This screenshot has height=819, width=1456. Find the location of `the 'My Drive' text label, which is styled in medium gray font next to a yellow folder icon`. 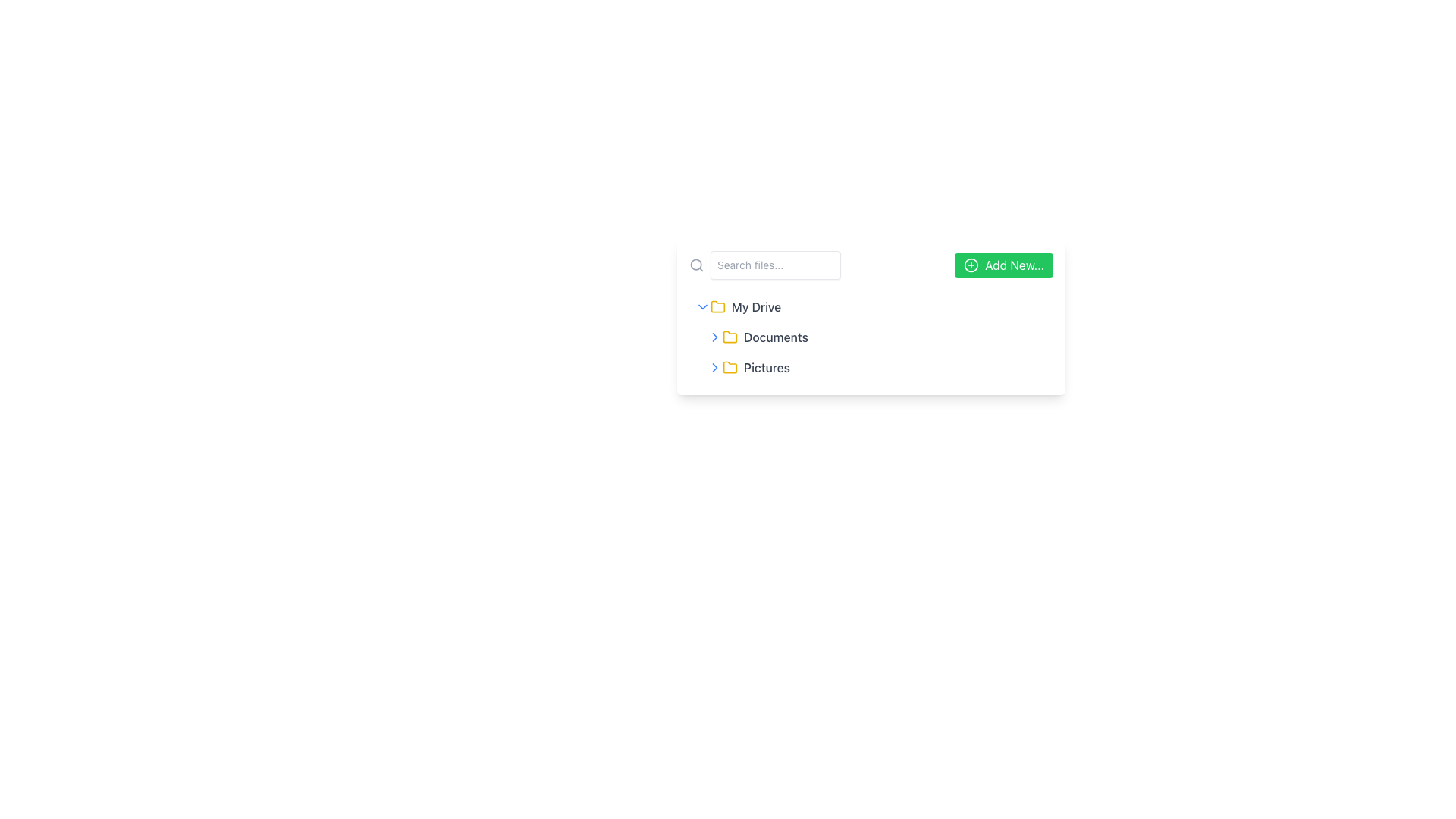

the 'My Drive' text label, which is styled in medium gray font next to a yellow folder icon is located at coordinates (756, 307).